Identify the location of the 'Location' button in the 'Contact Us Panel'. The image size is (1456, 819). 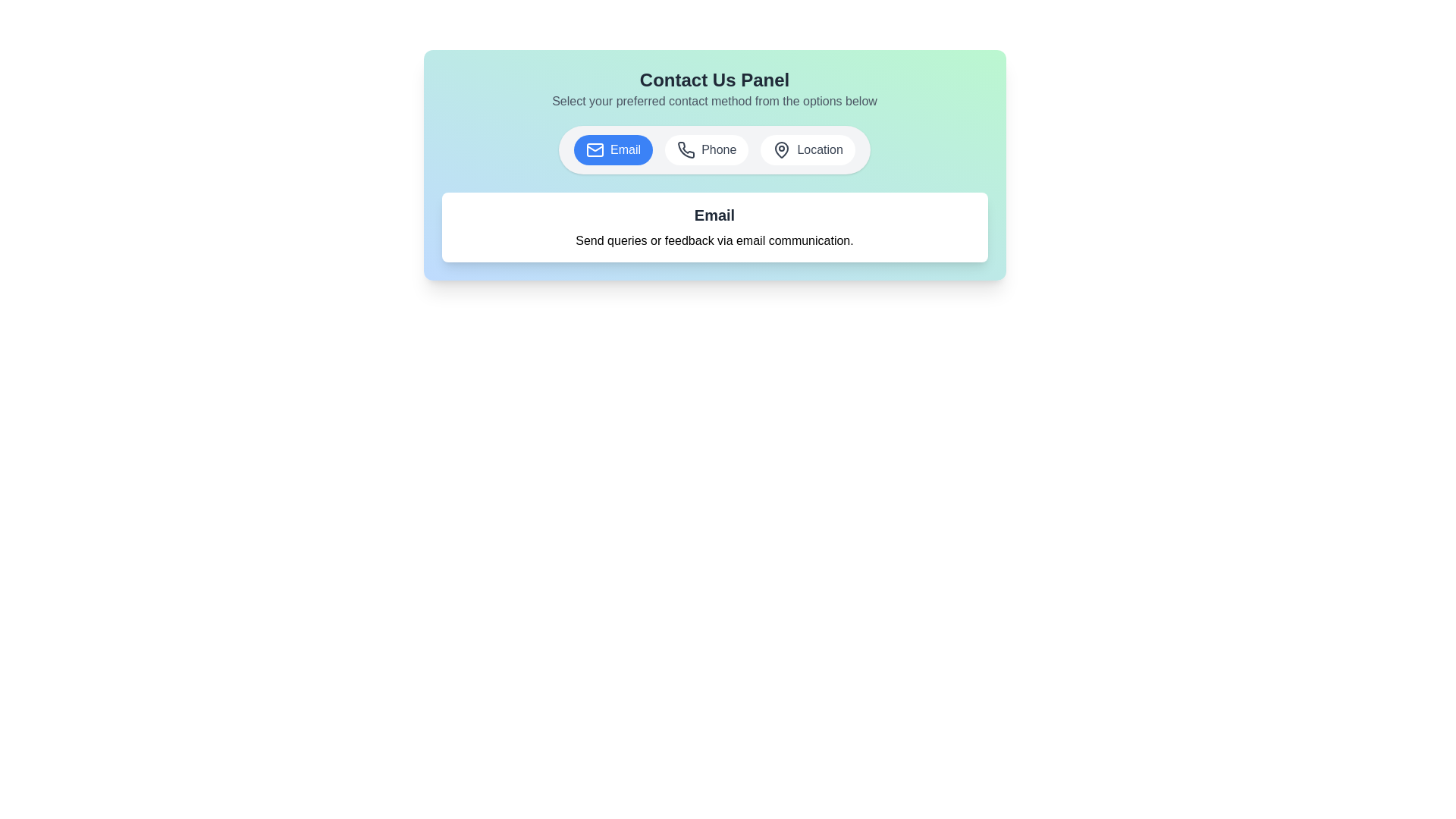
(807, 149).